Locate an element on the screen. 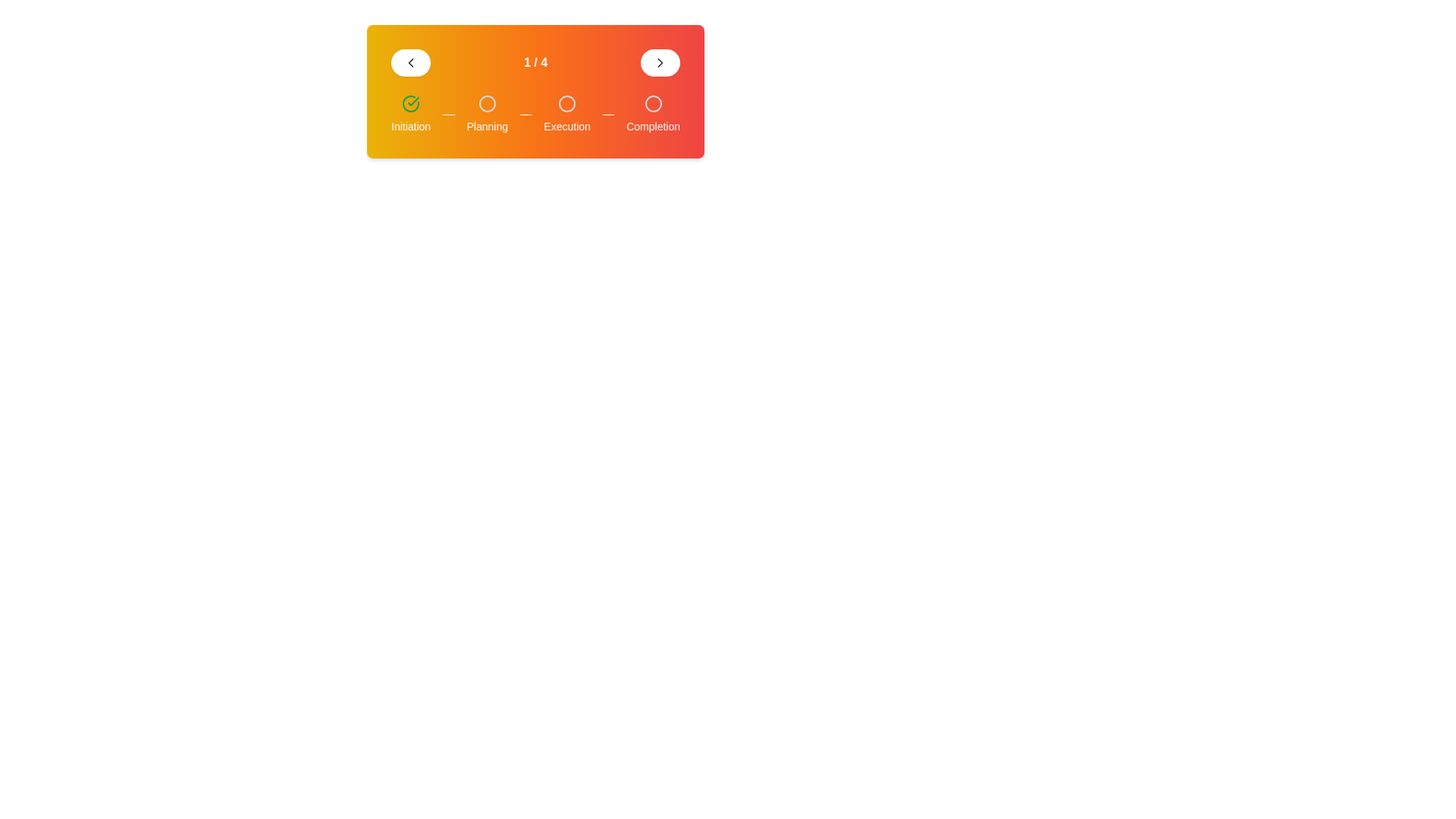 This screenshot has width=1456, height=819. the SVG circle element that represents the 'Completion' step icon, located at the bottom-right of the progress step UI component is located at coordinates (653, 103).